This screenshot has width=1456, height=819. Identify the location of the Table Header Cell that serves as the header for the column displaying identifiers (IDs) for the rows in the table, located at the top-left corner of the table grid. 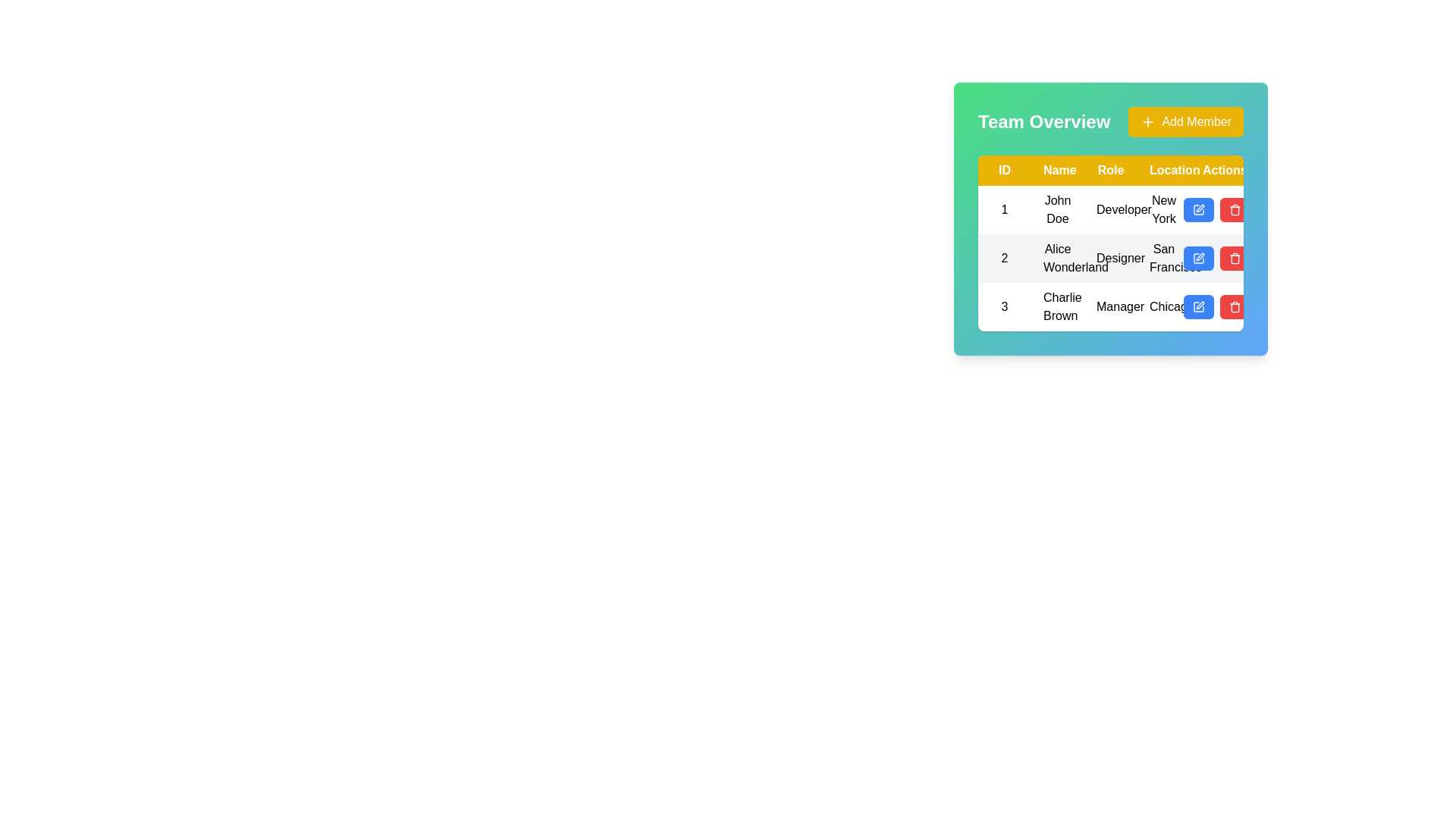
(1004, 170).